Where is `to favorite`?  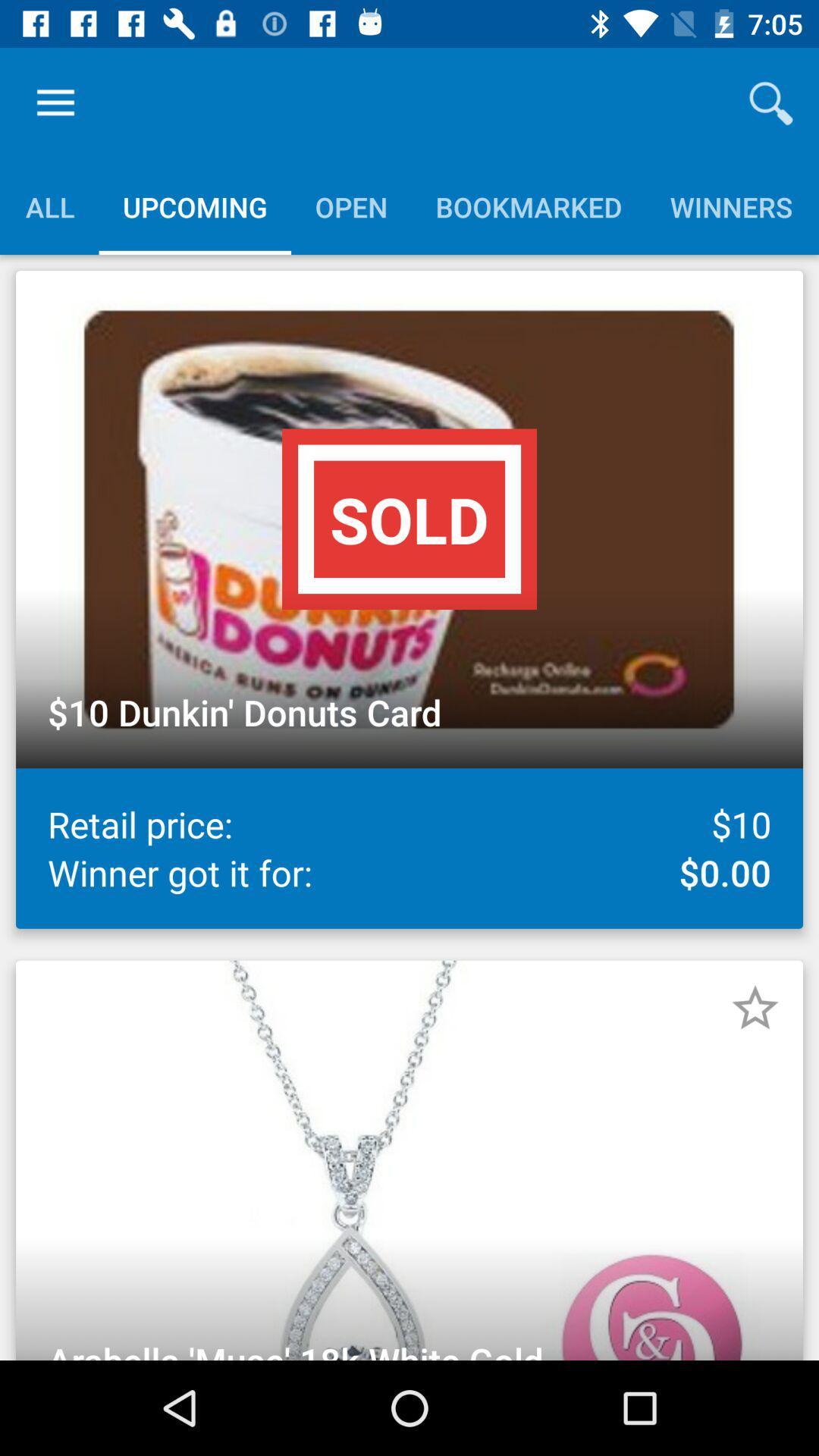 to favorite is located at coordinates (755, 1008).